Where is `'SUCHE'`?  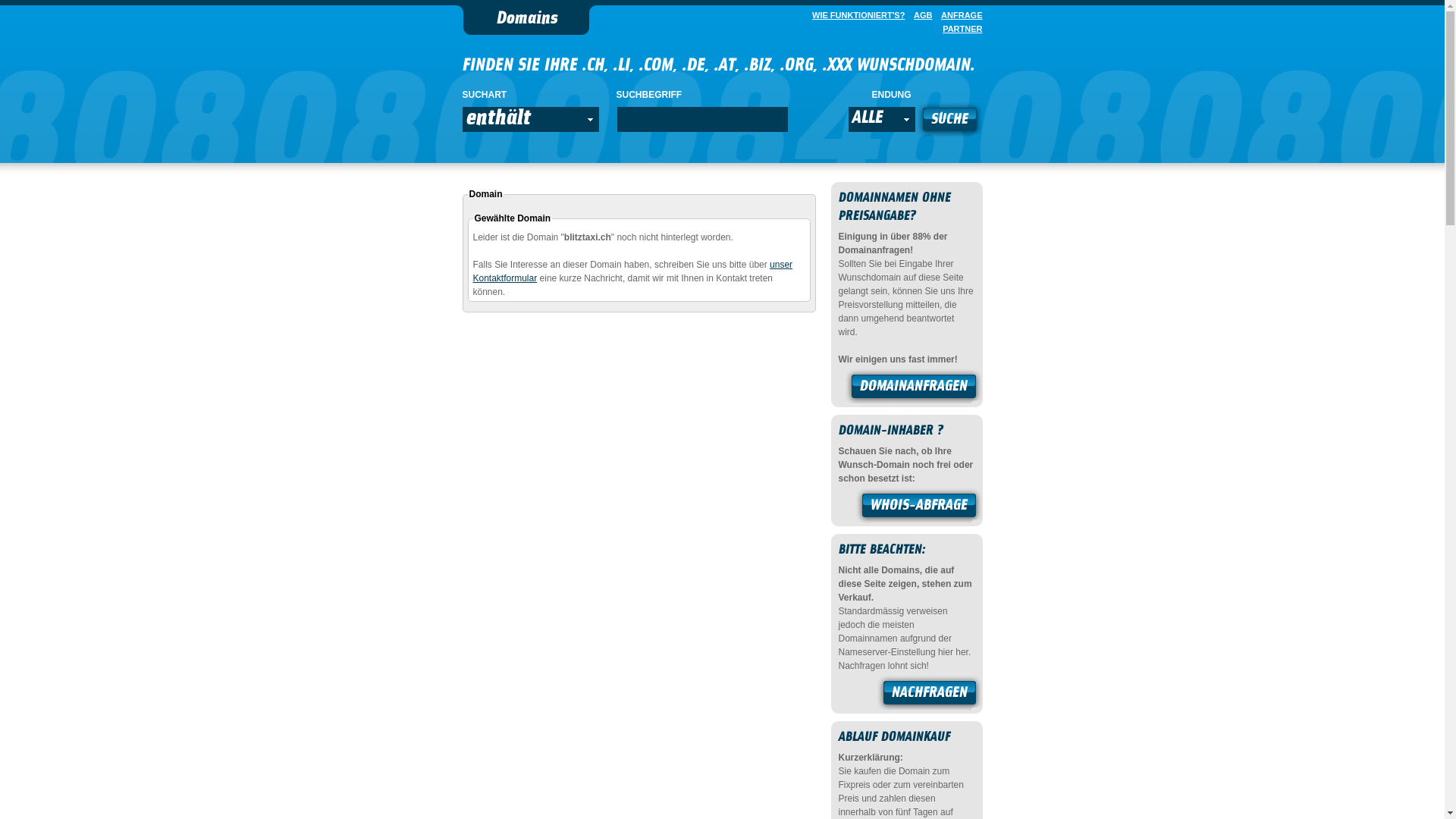
'SUCHE' is located at coordinates (949, 120).